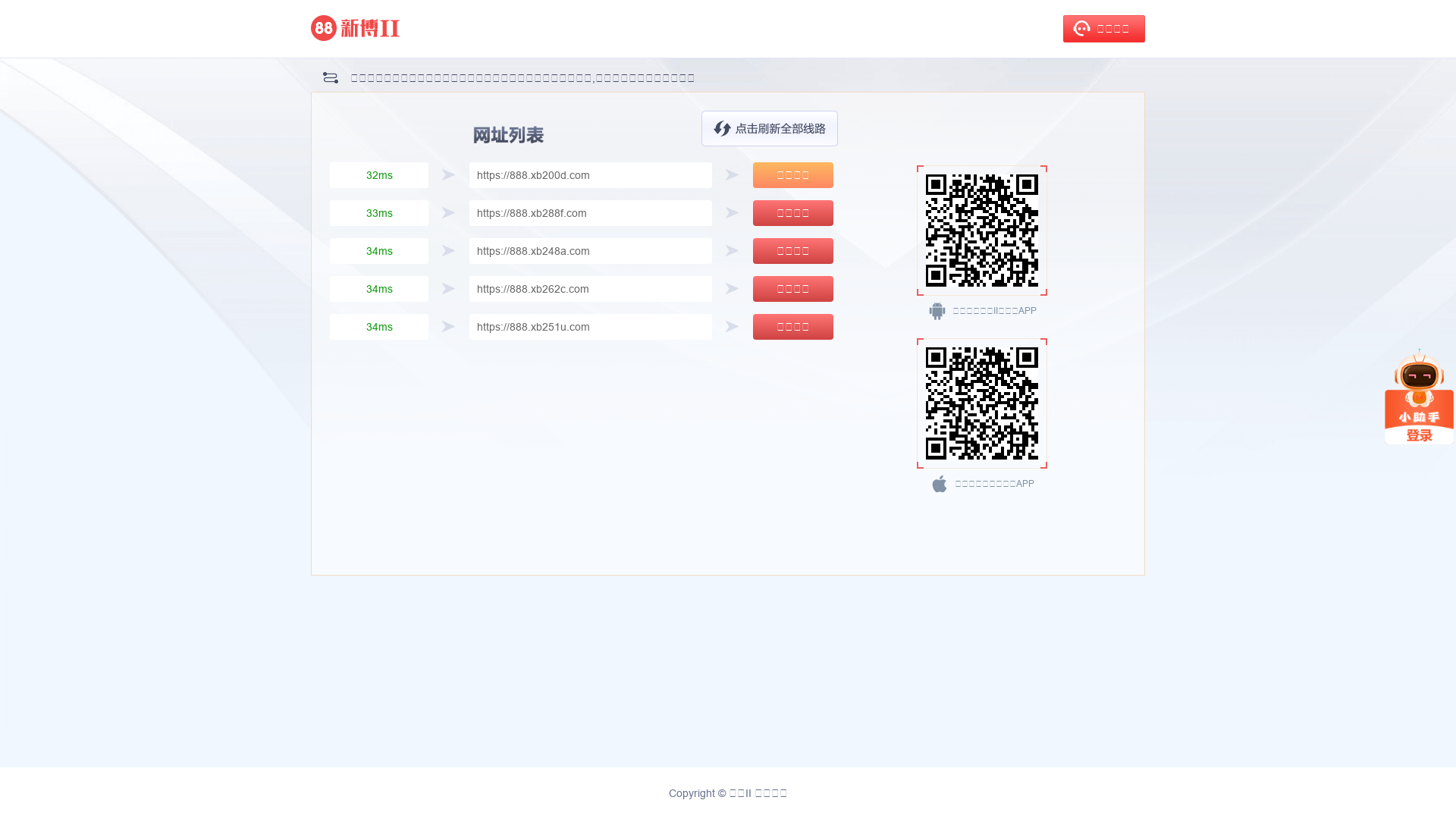 The height and width of the screenshot is (819, 1456). I want to click on 'https://www.d3s9v.cc/download/nn9ejT', so click(916, 403).